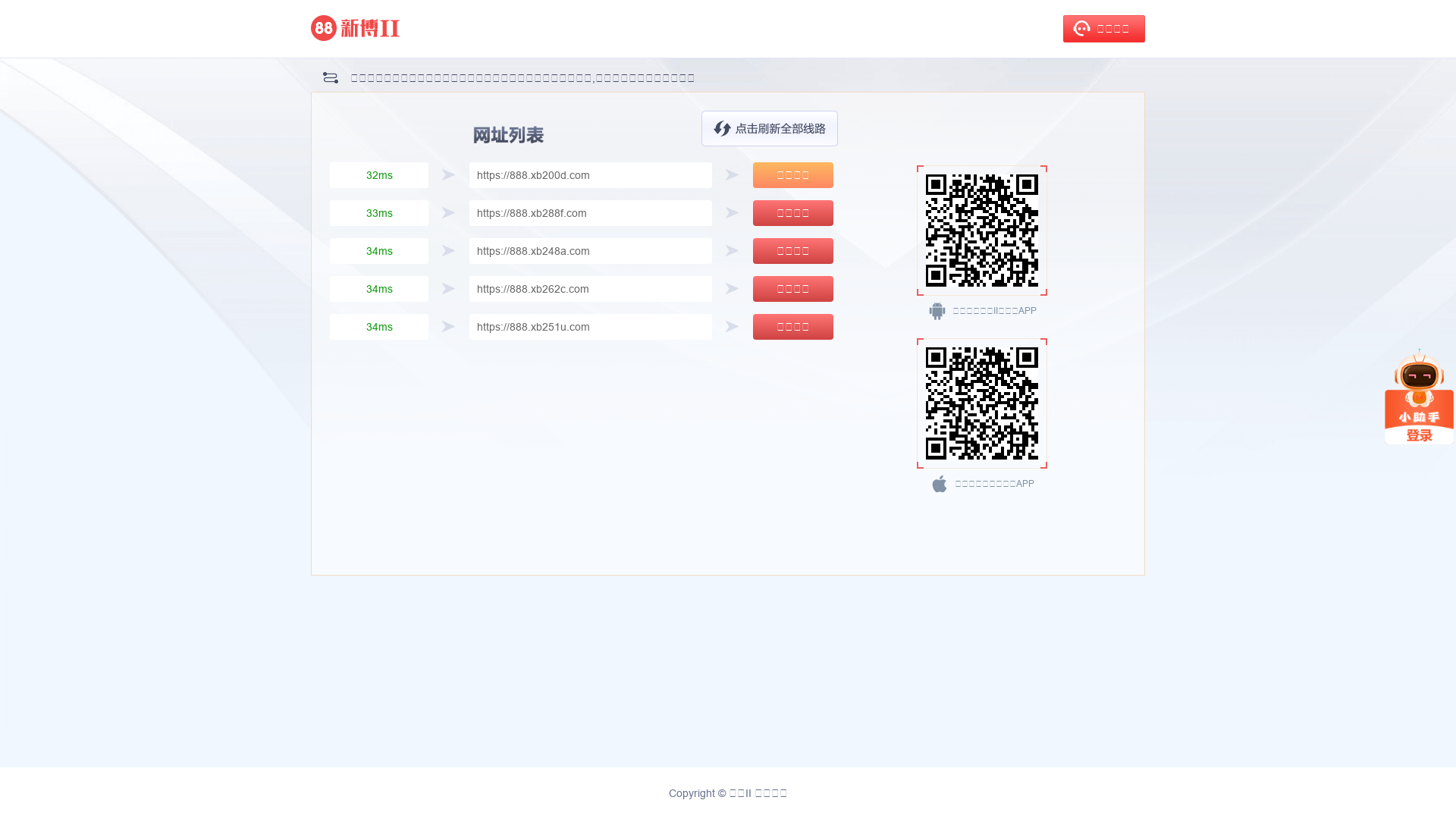 The height and width of the screenshot is (819, 1456). I want to click on 'https://www.d3s9v.cc/download/nn9ejT', so click(916, 403).